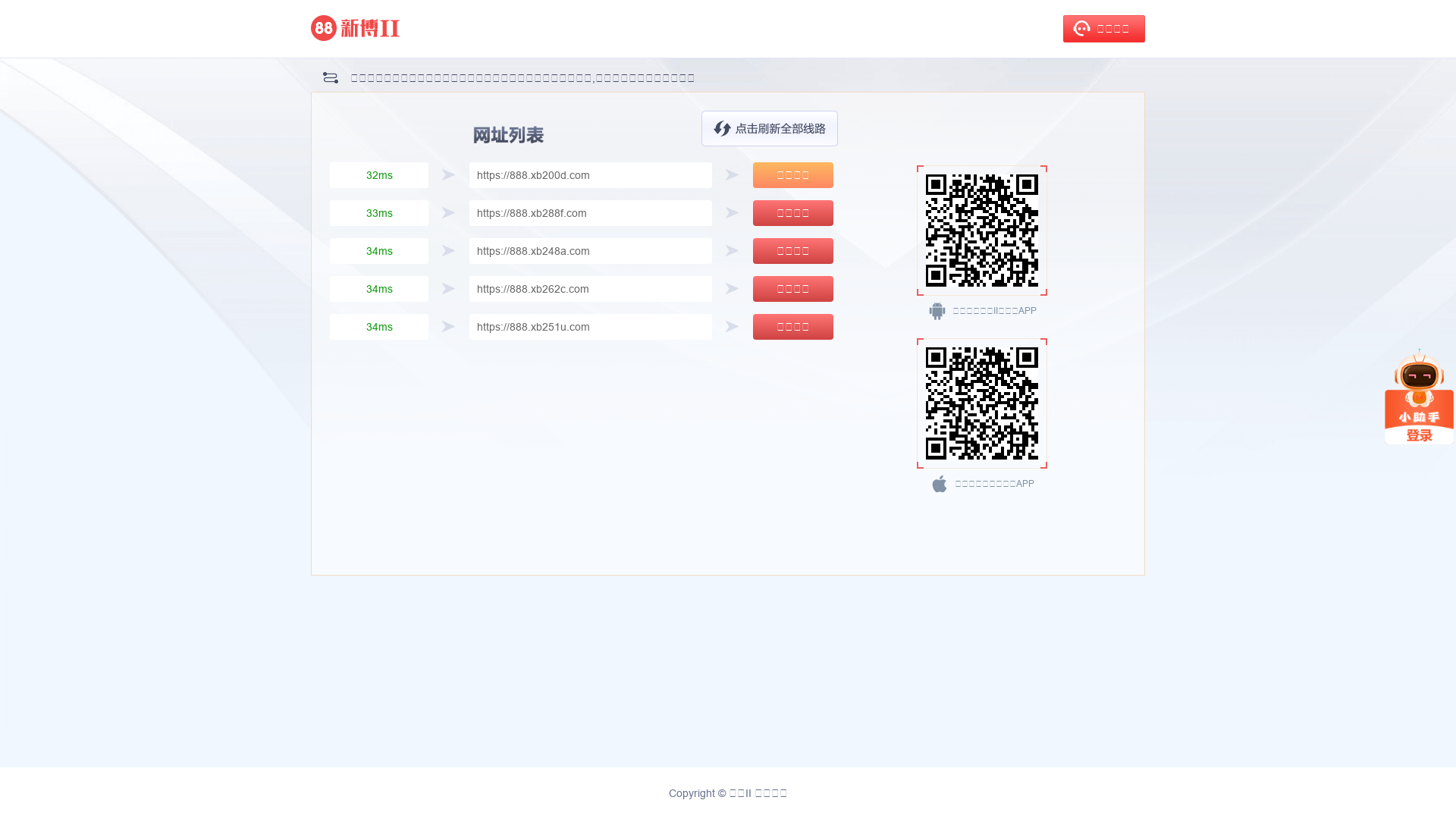 The height and width of the screenshot is (819, 1456). I want to click on 'https://www.d3s9v.cc/download/nn9ejT', so click(916, 403).